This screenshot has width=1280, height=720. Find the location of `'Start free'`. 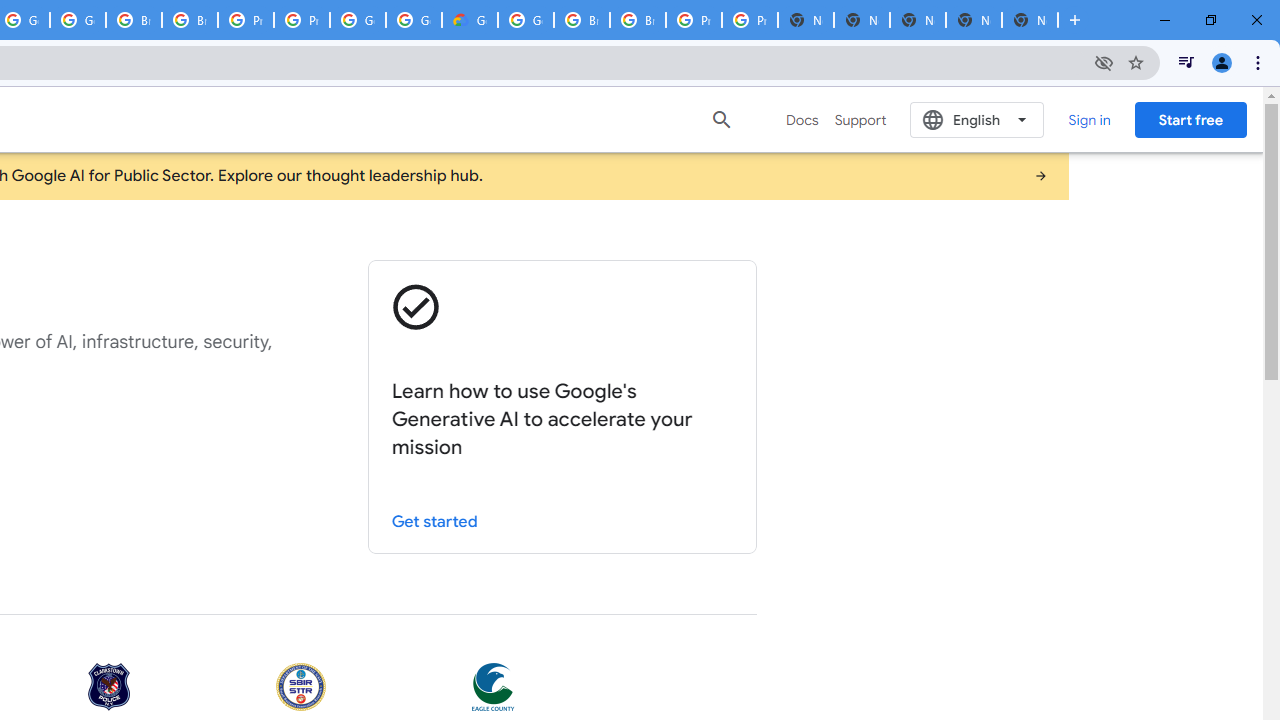

'Start free' is located at coordinates (1190, 119).